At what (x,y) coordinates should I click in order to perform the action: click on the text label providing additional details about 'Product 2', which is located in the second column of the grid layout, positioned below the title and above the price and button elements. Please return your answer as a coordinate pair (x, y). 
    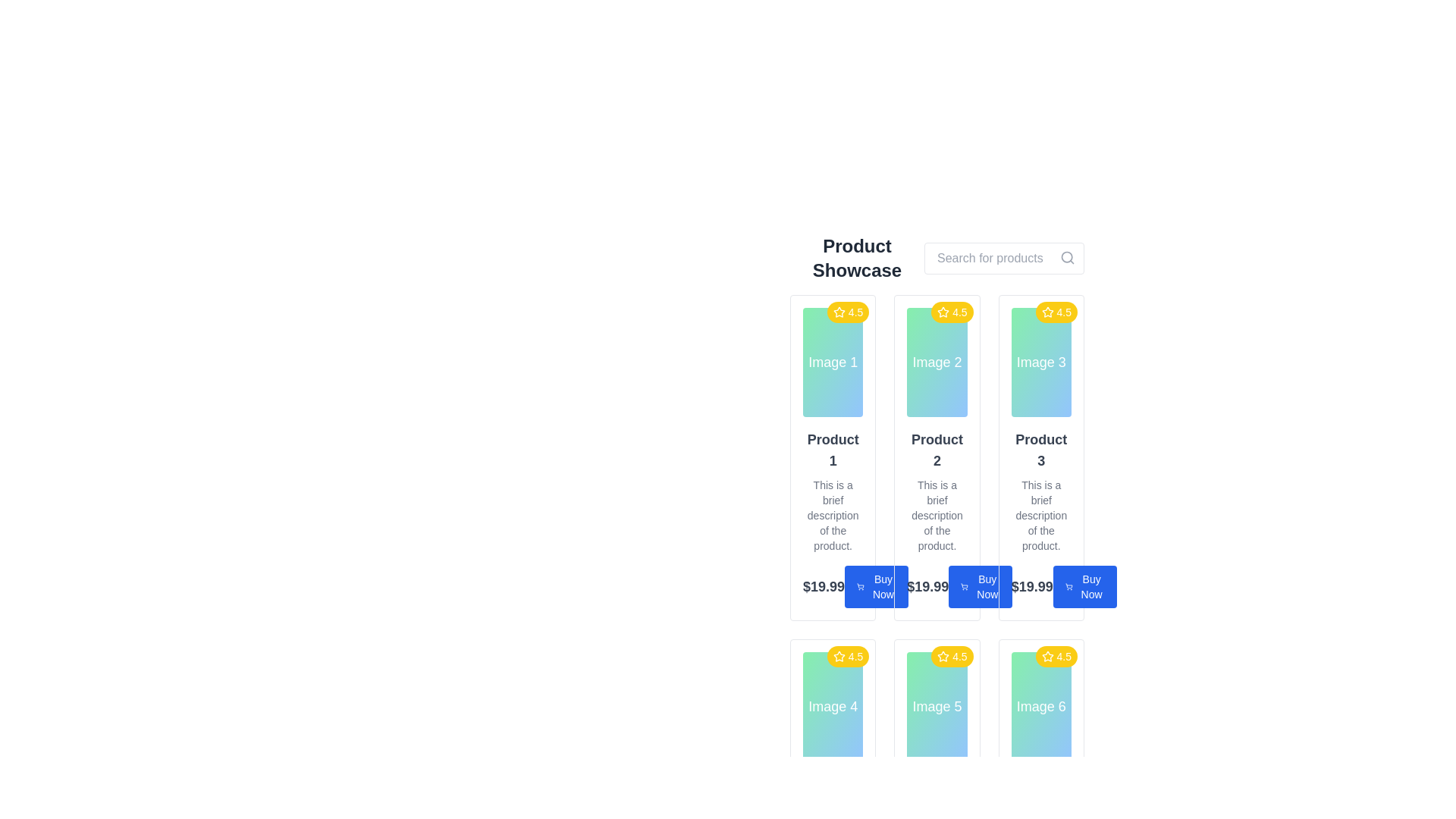
    Looking at the image, I should click on (936, 514).